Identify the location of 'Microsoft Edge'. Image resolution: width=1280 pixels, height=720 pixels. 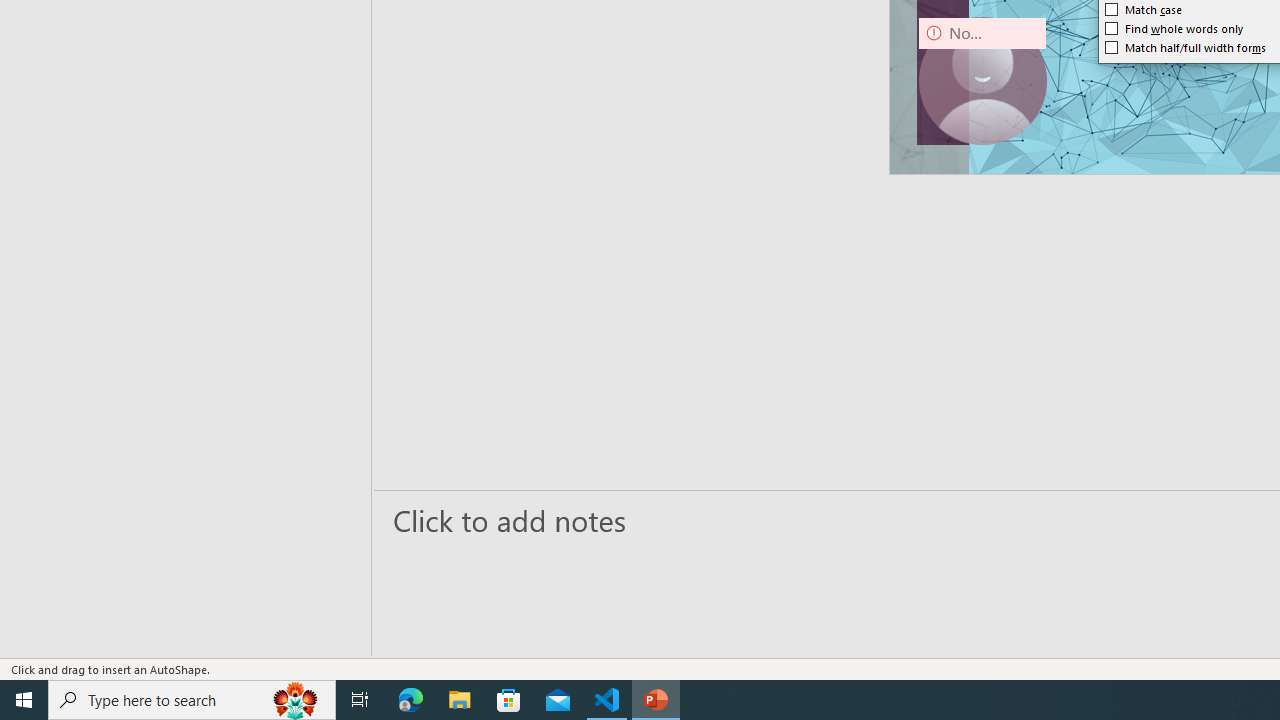
(410, 698).